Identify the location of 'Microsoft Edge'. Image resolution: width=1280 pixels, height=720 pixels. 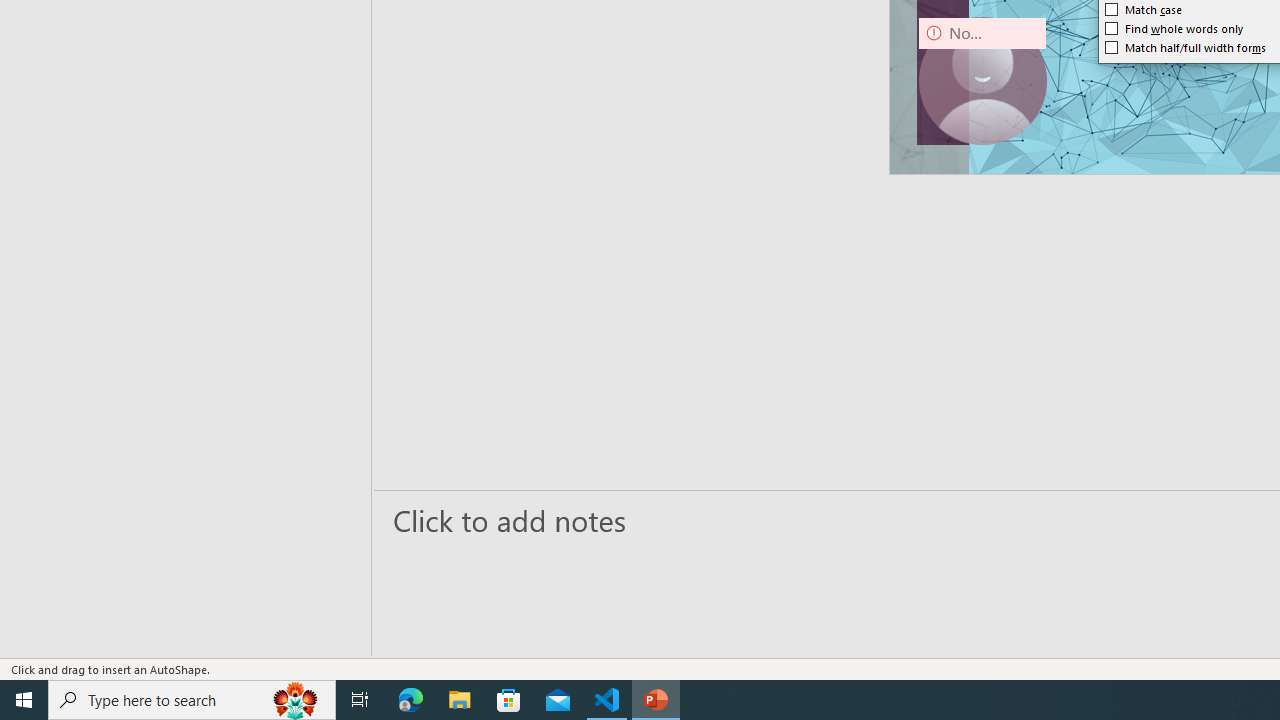
(410, 698).